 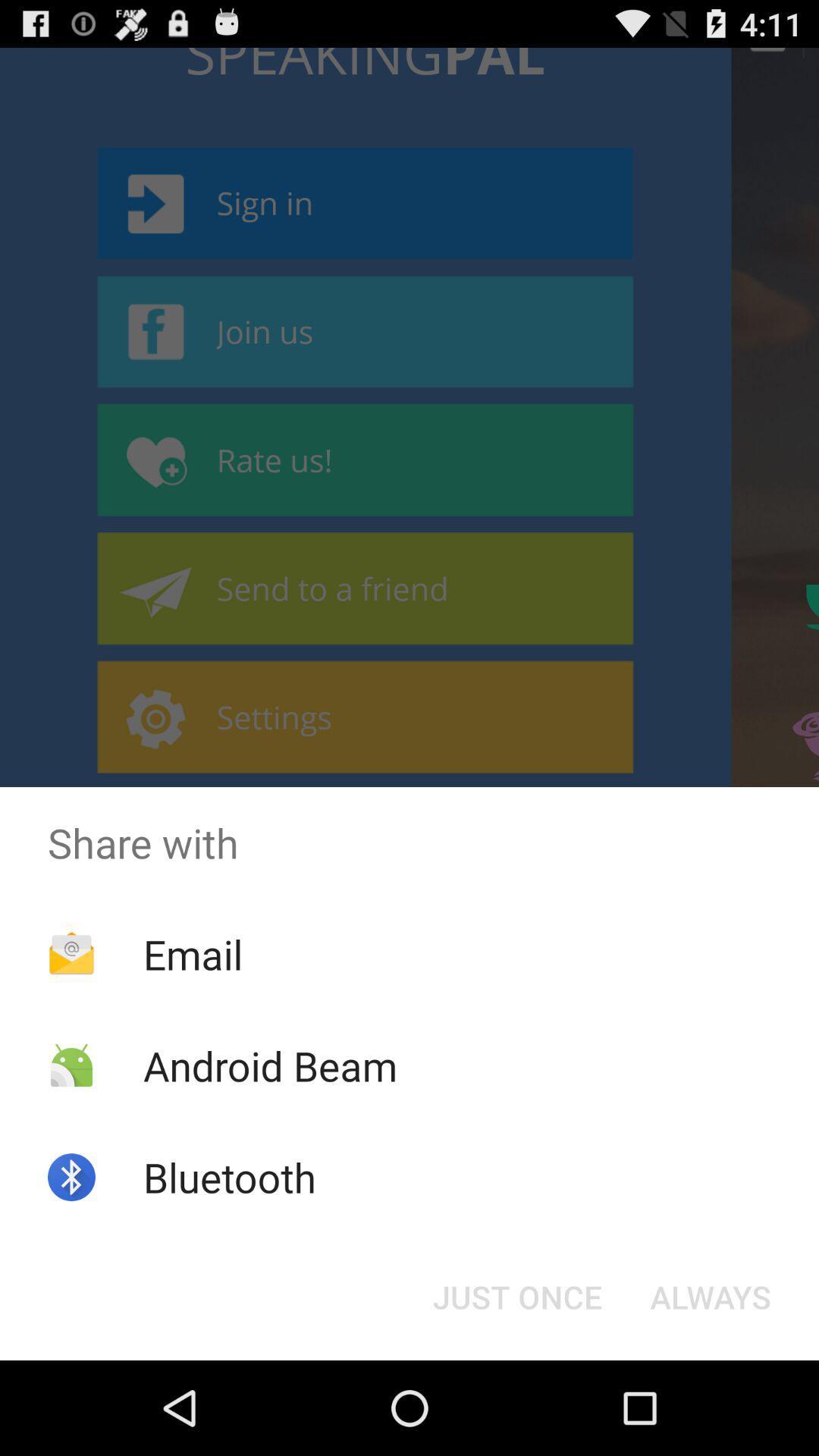 What do you see at coordinates (711, 1295) in the screenshot?
I see `always` at bounding box center [711, 1295].